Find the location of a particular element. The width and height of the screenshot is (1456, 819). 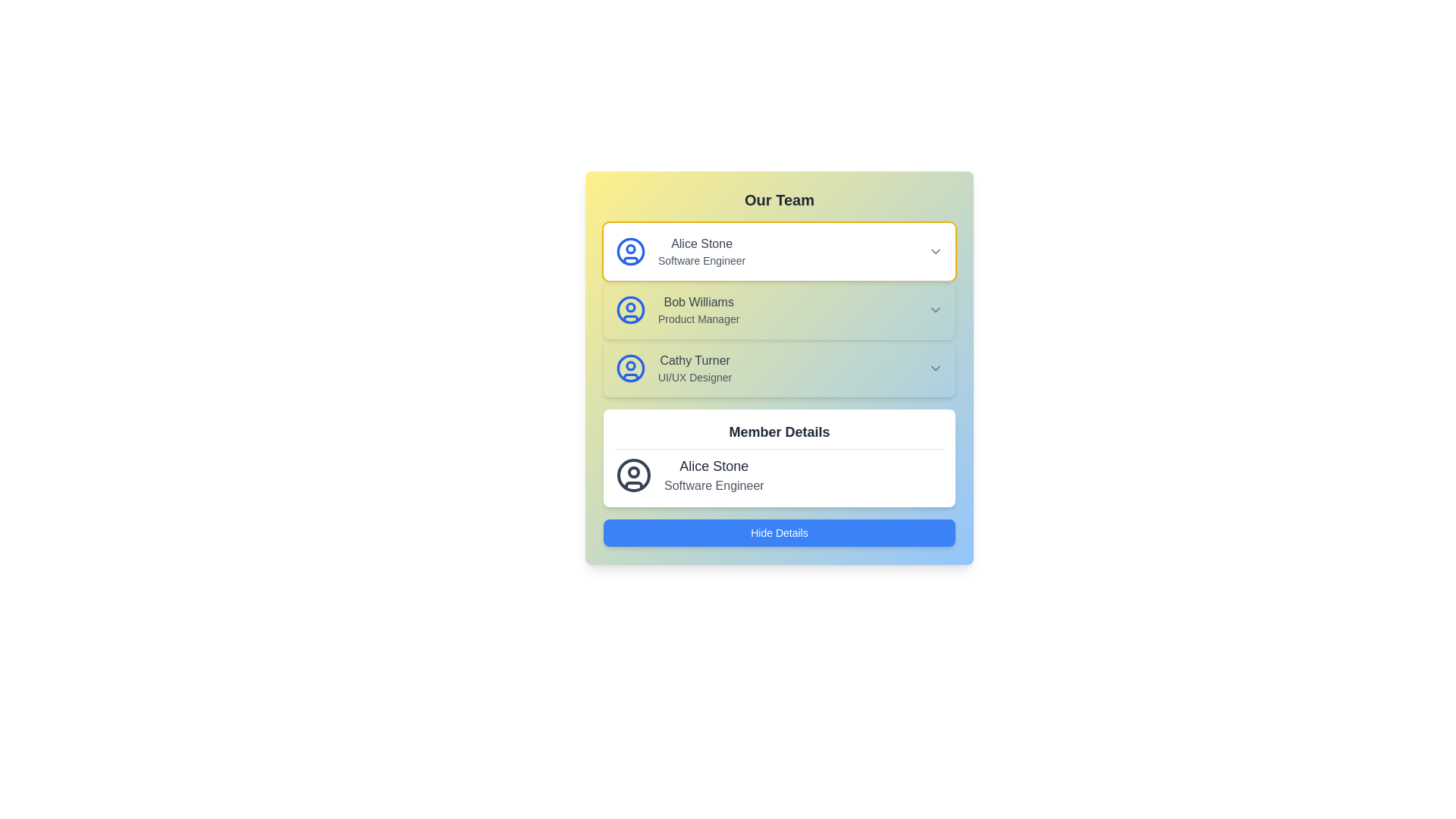

the text 'Alice Stone' in the user info card under the 'Our Team' heading to focus attention is located at coordinates (701, 243).